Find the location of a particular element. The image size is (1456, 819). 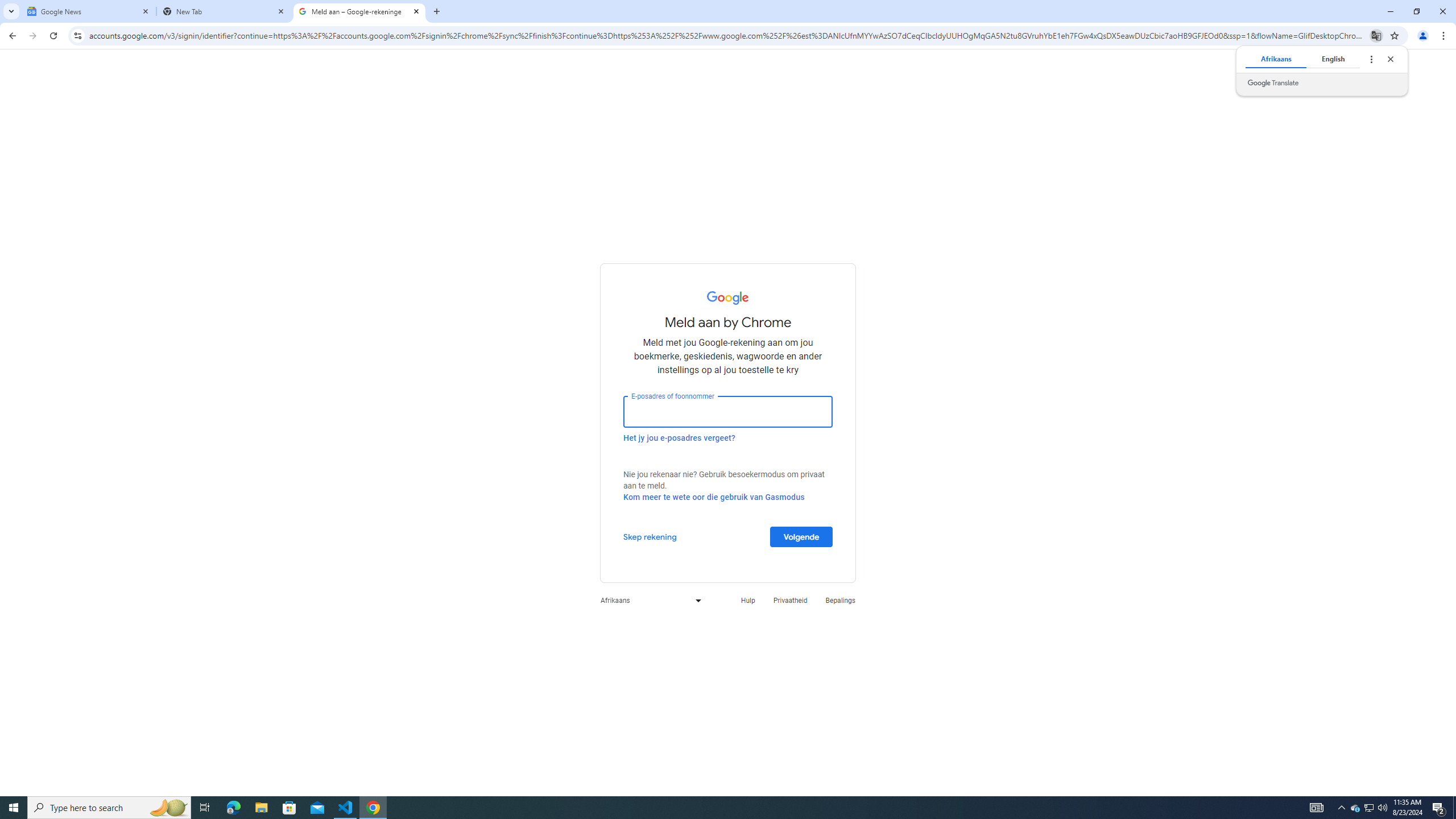

'Skep rekening' is located at coordinates (650, 536).